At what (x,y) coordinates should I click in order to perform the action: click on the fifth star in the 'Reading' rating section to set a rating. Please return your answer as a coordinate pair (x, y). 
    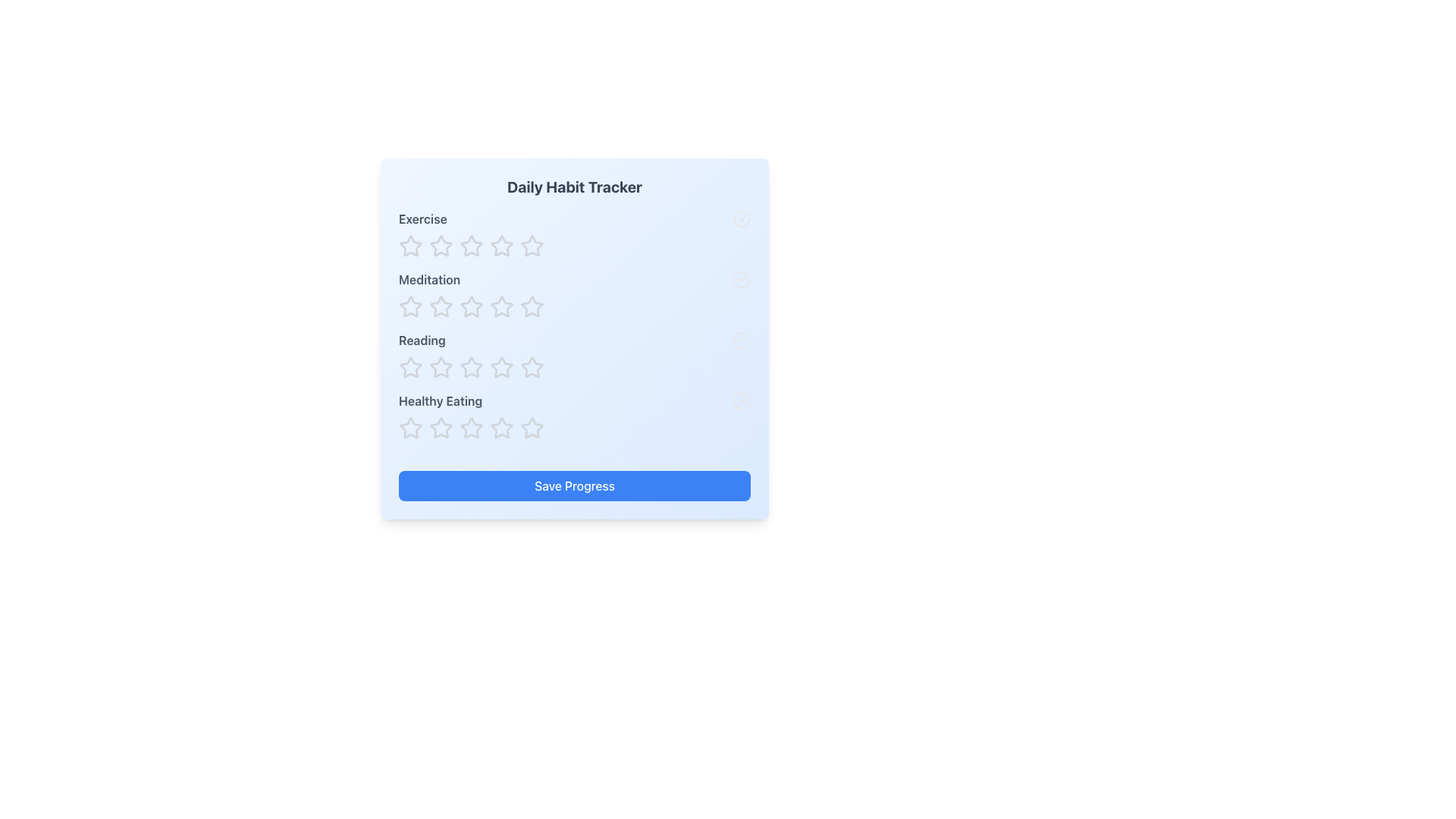
    Looking at the image, I should click on (532, 368).